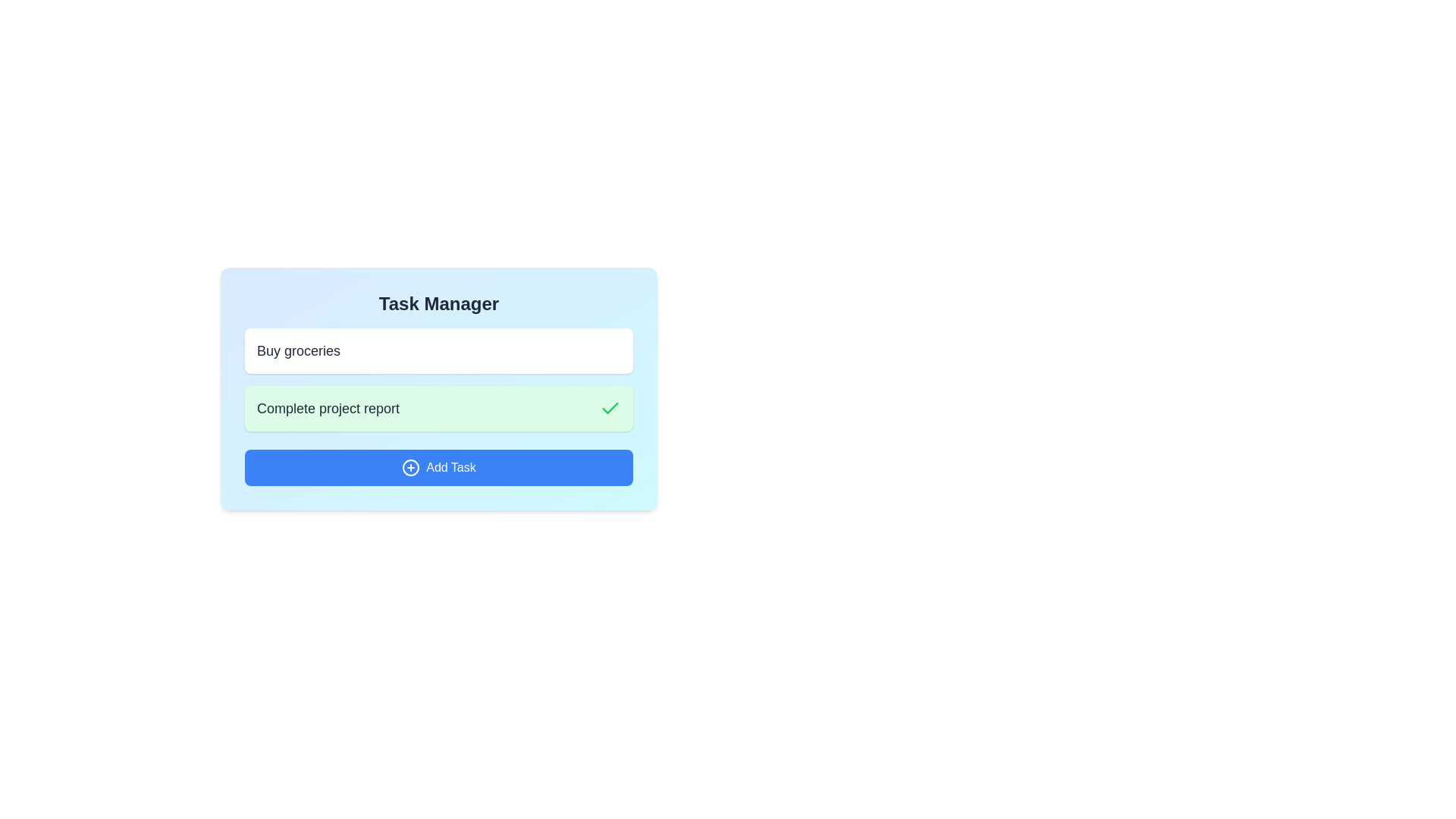 The height and width of the screenshot is (819, 1456). I want to click on 'Add Task' button to add a new task, so click(438, 467).